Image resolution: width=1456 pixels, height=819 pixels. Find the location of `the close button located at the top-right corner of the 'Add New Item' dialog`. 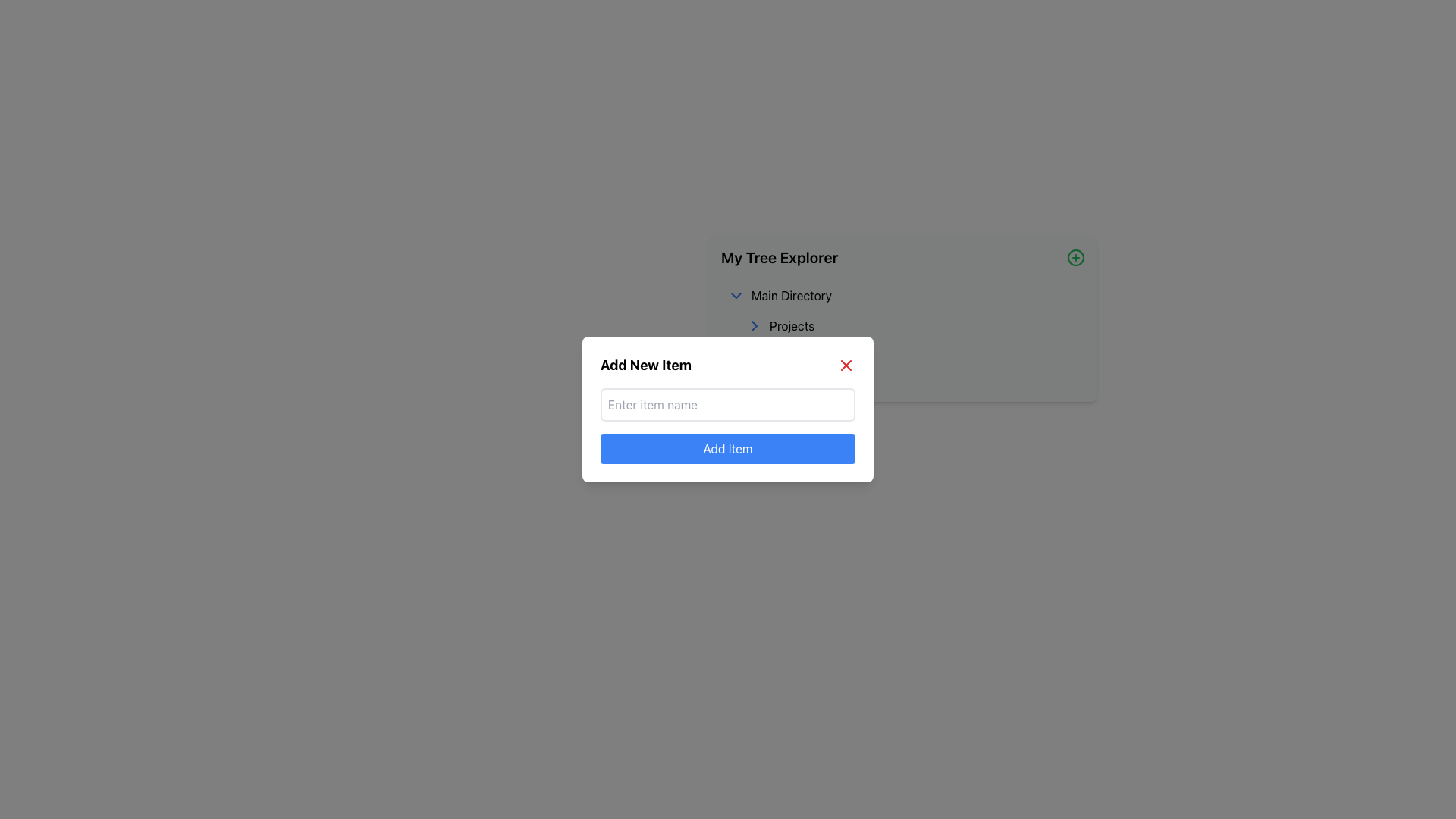

the close button located at the top-right corner of the 'Add New Item' dialog is located at coordinates (846, 366).